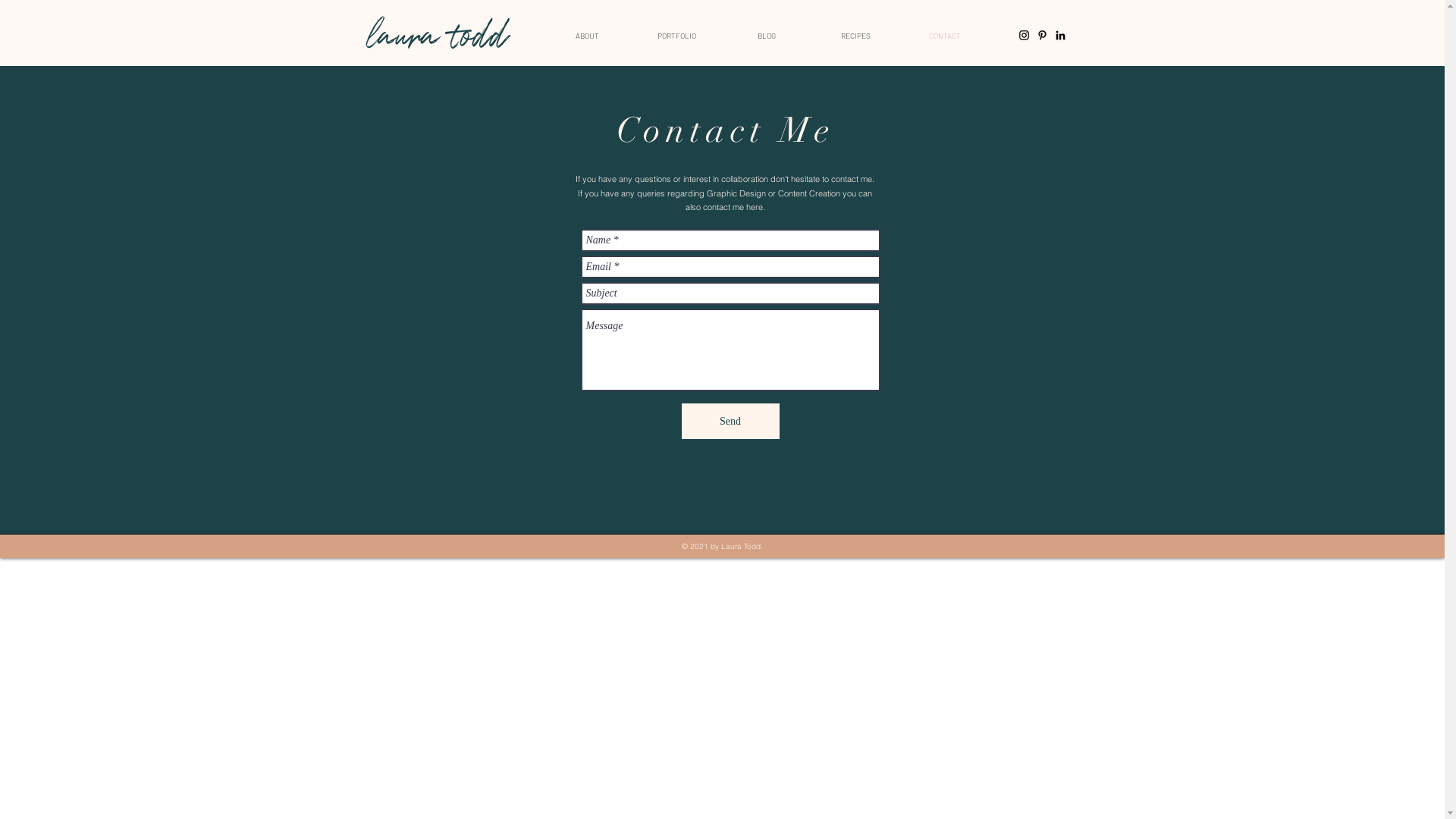 This screenshot has width=1456, height=819. I want to click on 'Send', so click(730, 421).